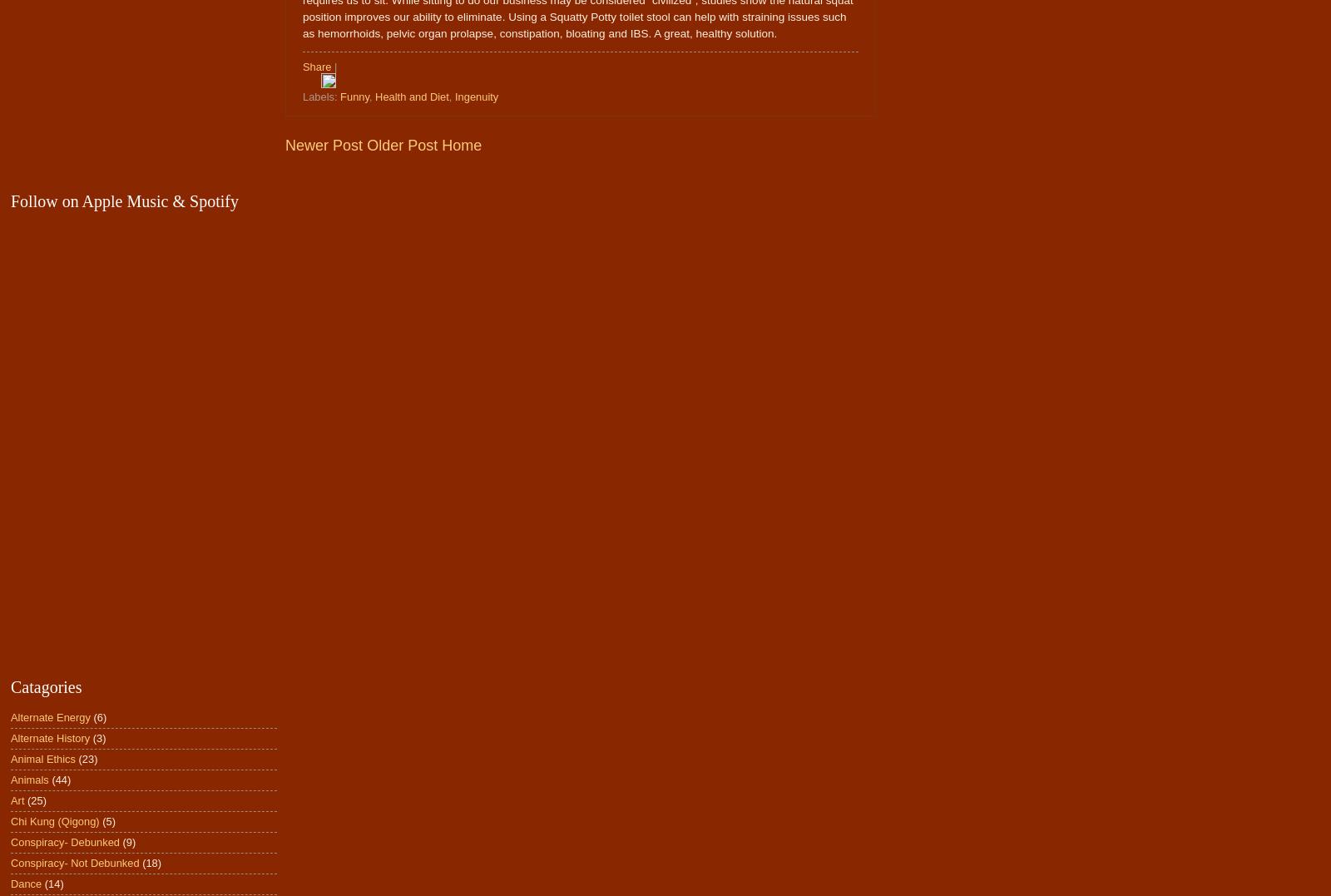 The image size is (1331, 896). I want to click on 'Animals', so click(28, 779).